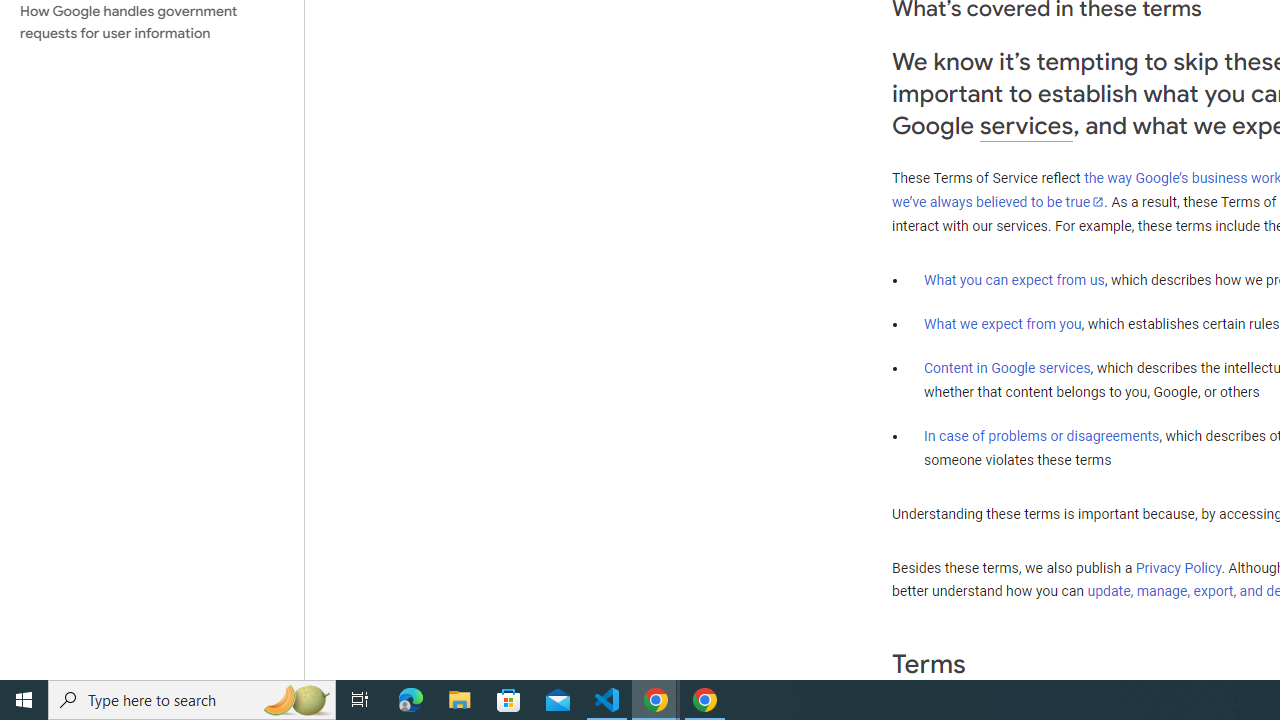 Image resolution: width=1280 pixels, height=720 pixels. Describe the element at coordinates (1014, 279) in the screenshot. I see `'What you can expect from us'` at that location.